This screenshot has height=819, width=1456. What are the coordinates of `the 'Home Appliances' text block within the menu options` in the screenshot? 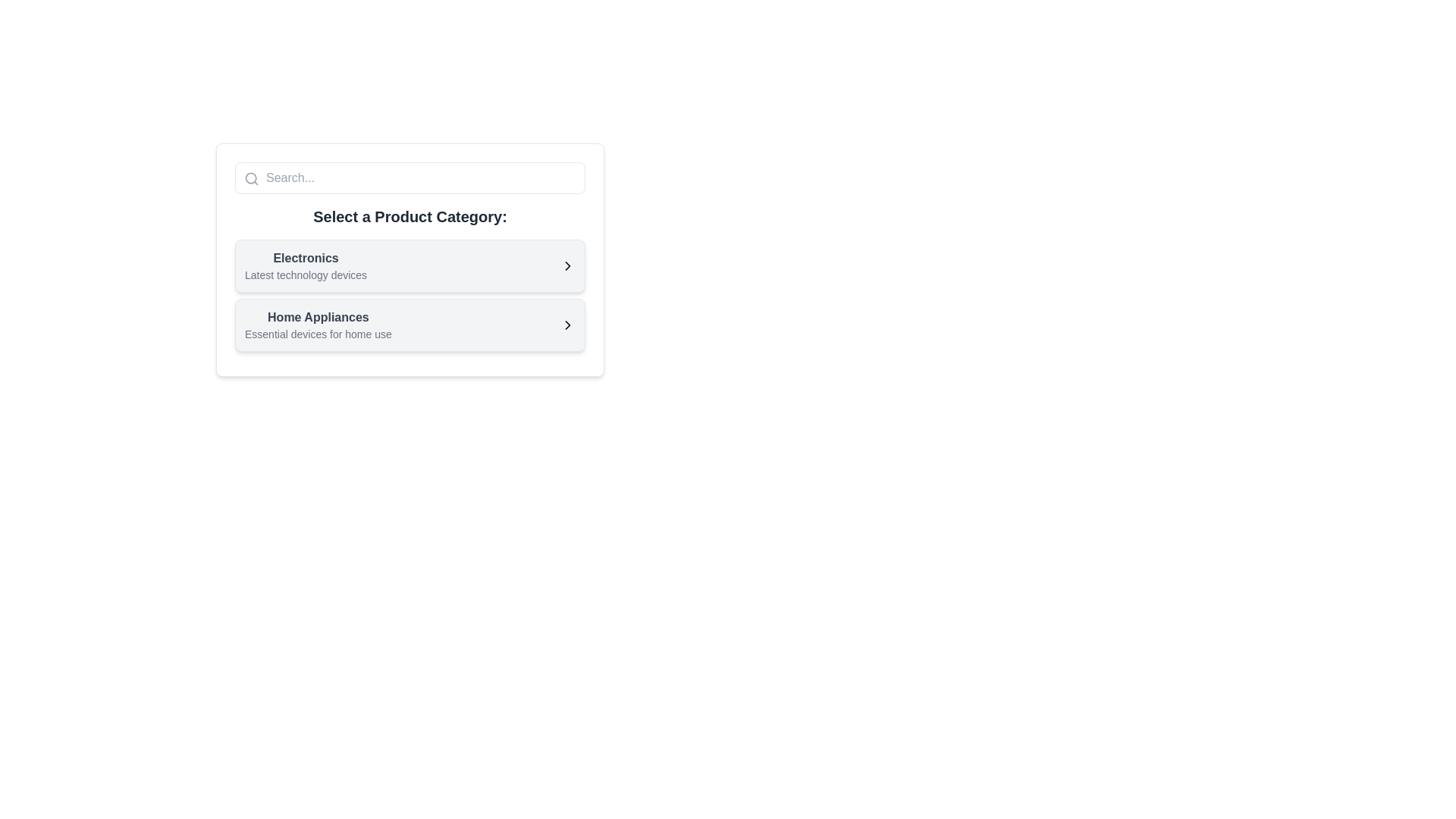 It's located at (317, 324).